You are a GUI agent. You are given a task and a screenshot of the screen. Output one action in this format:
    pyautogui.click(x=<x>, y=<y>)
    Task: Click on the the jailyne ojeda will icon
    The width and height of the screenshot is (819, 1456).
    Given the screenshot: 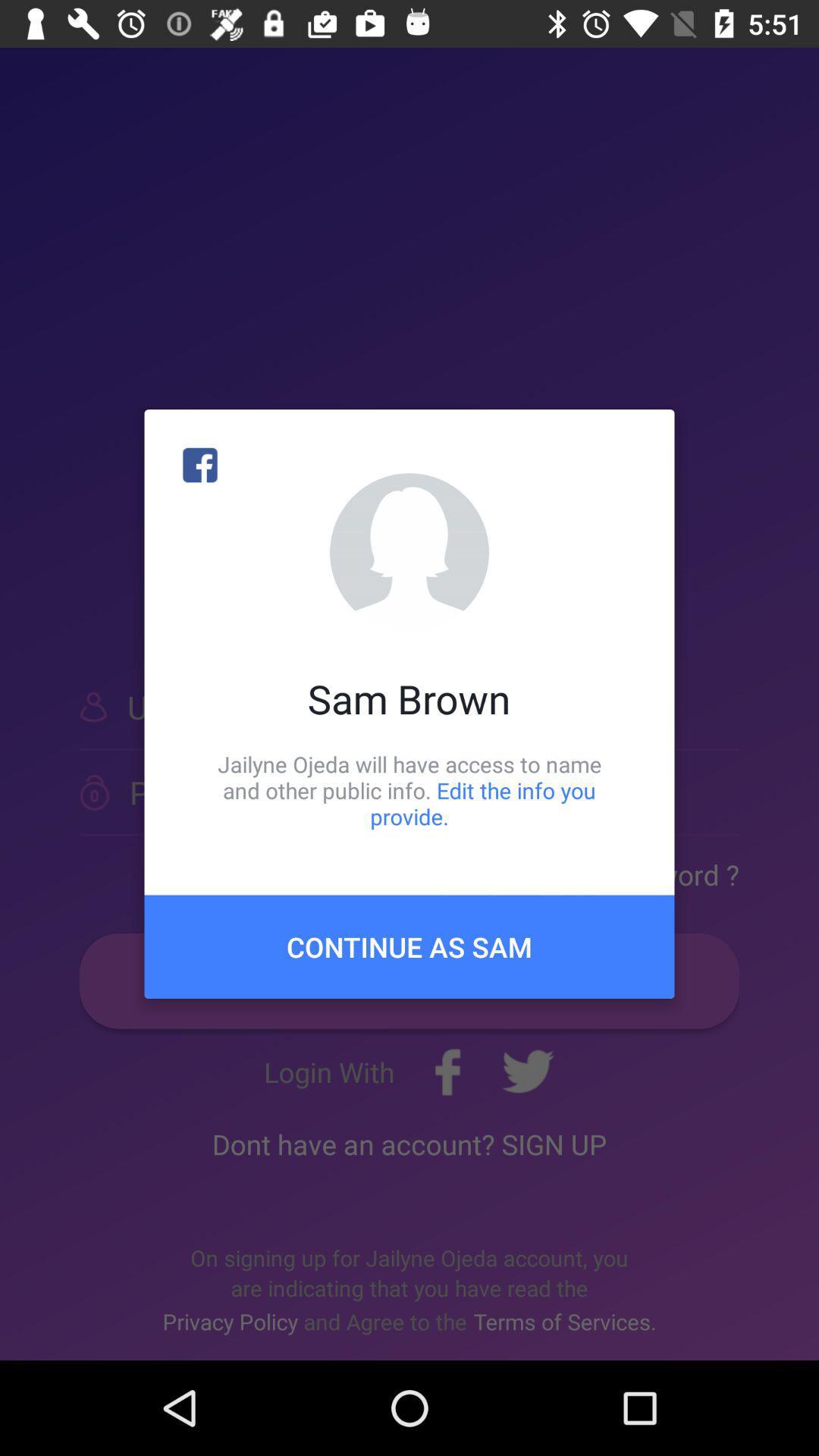 What is the action you would take?
    pyautogui.click(x=409, y=789)
    